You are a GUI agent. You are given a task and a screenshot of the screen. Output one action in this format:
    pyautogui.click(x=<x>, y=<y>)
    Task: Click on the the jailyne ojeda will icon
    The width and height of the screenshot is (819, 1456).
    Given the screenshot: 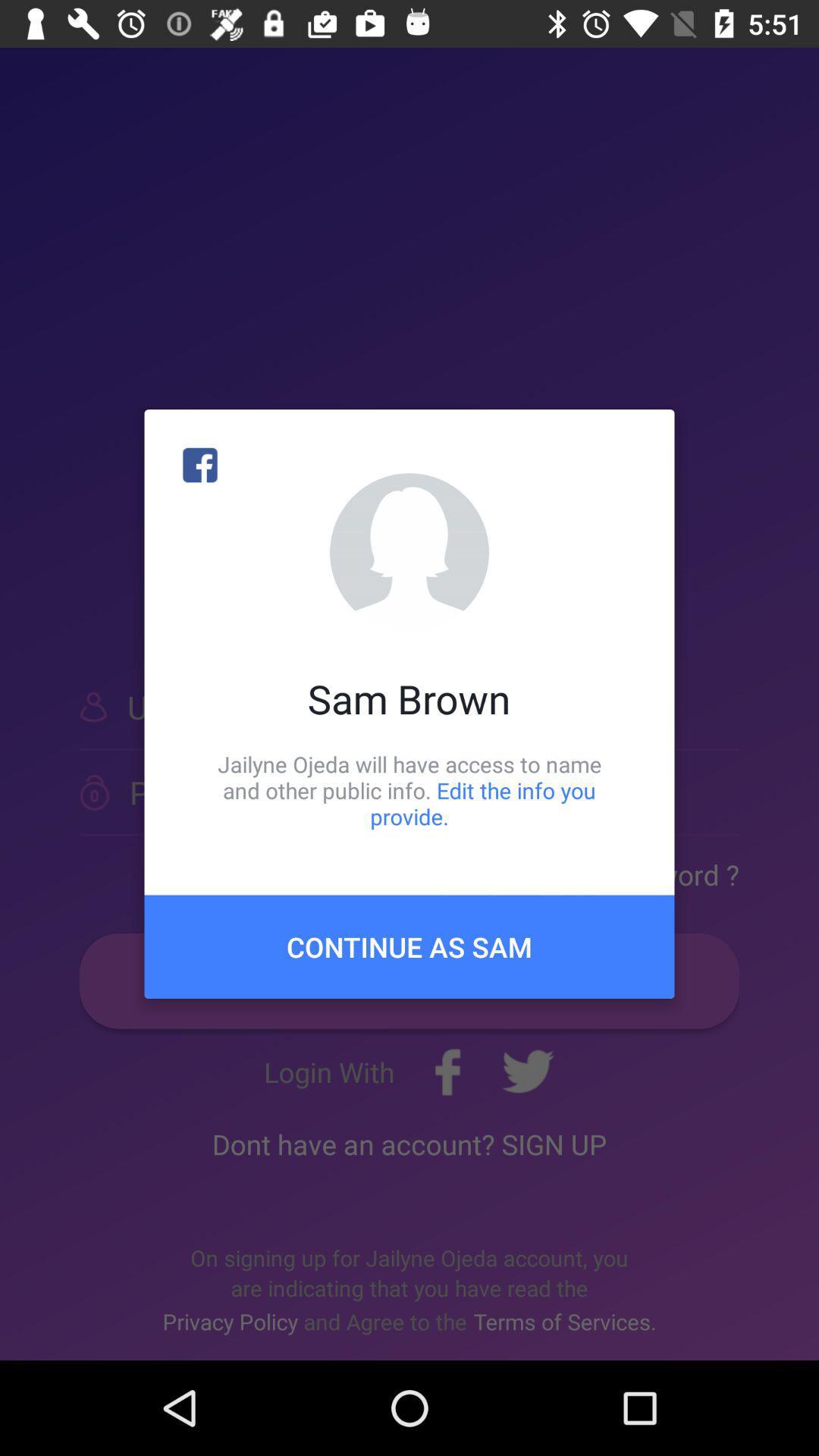 What is the action you would take?
    pyautogui.click(x=409, y=789)
    